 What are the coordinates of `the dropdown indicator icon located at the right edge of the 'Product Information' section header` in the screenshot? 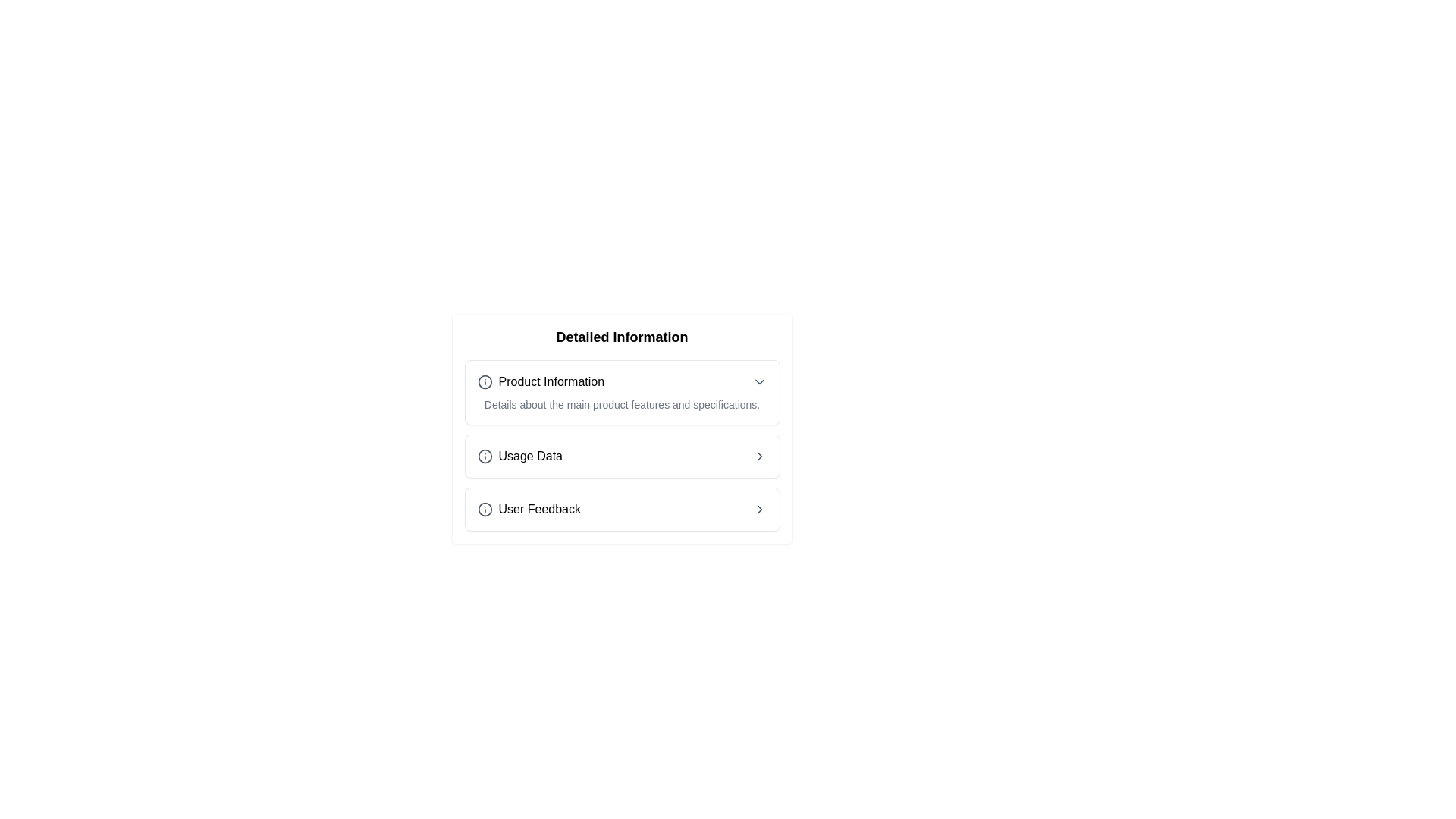 It's located at (759, 381).